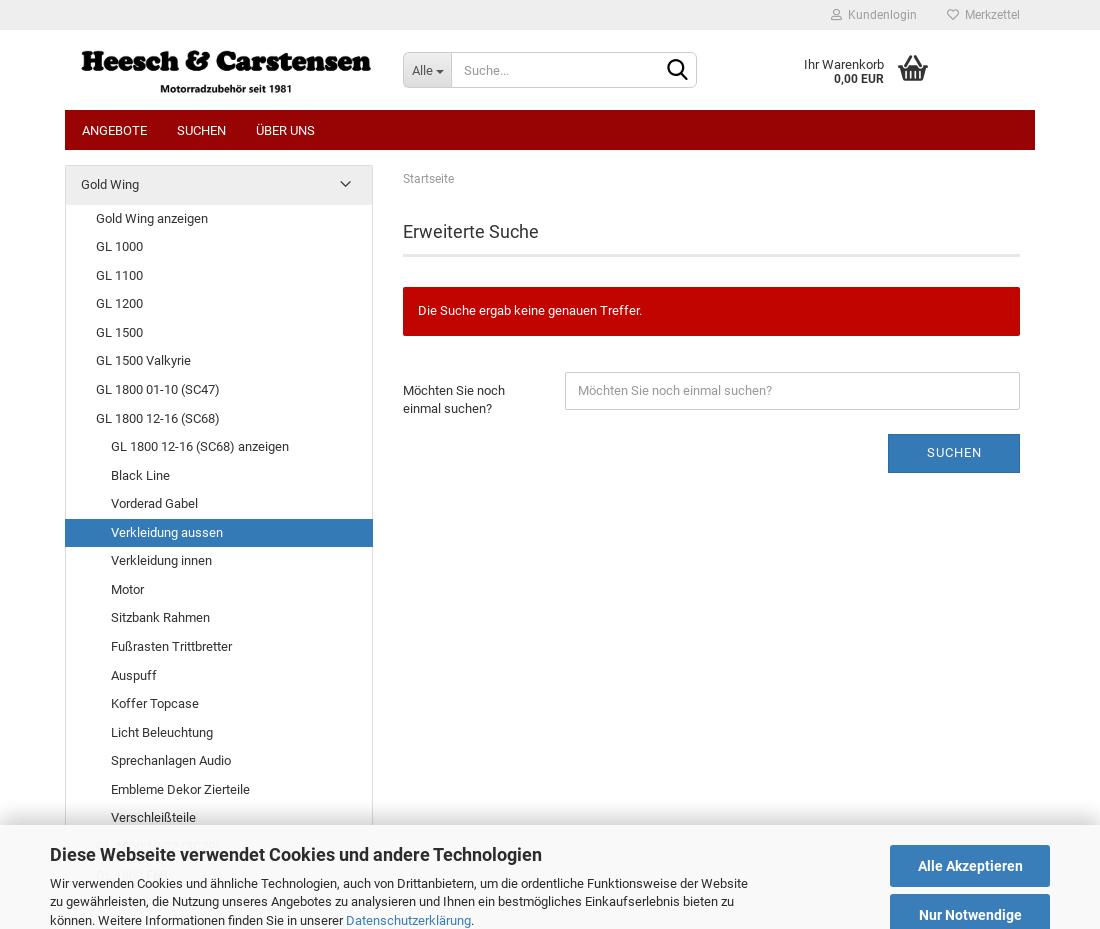  I want to click on 'GL 1800 18-22 (SC79)', so click(96, 845).